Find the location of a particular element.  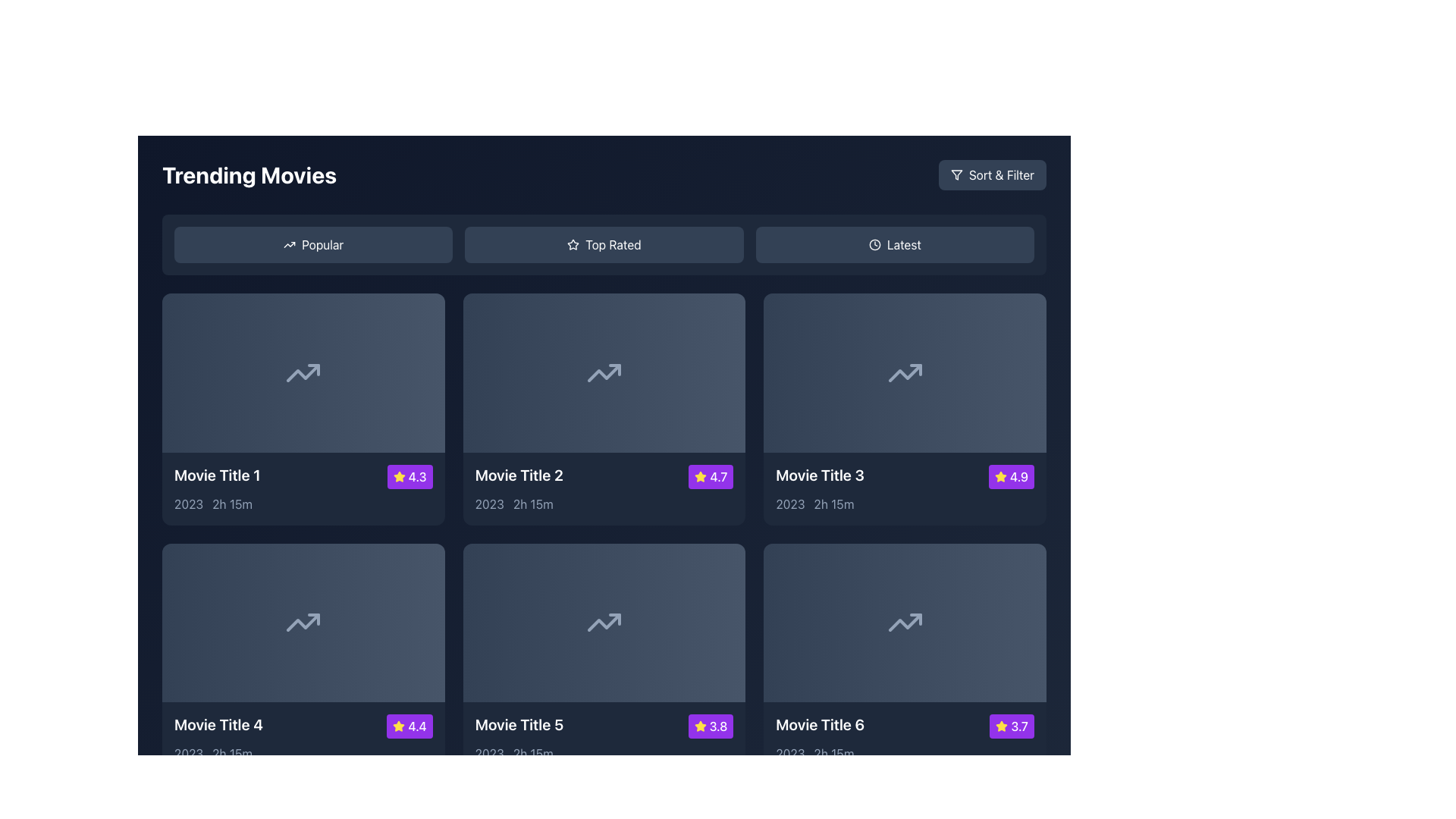

the 'Latest' button icon located in the top-right area of the interface, which symbolizes recency or the newest content is located at coordinates (874, 244).